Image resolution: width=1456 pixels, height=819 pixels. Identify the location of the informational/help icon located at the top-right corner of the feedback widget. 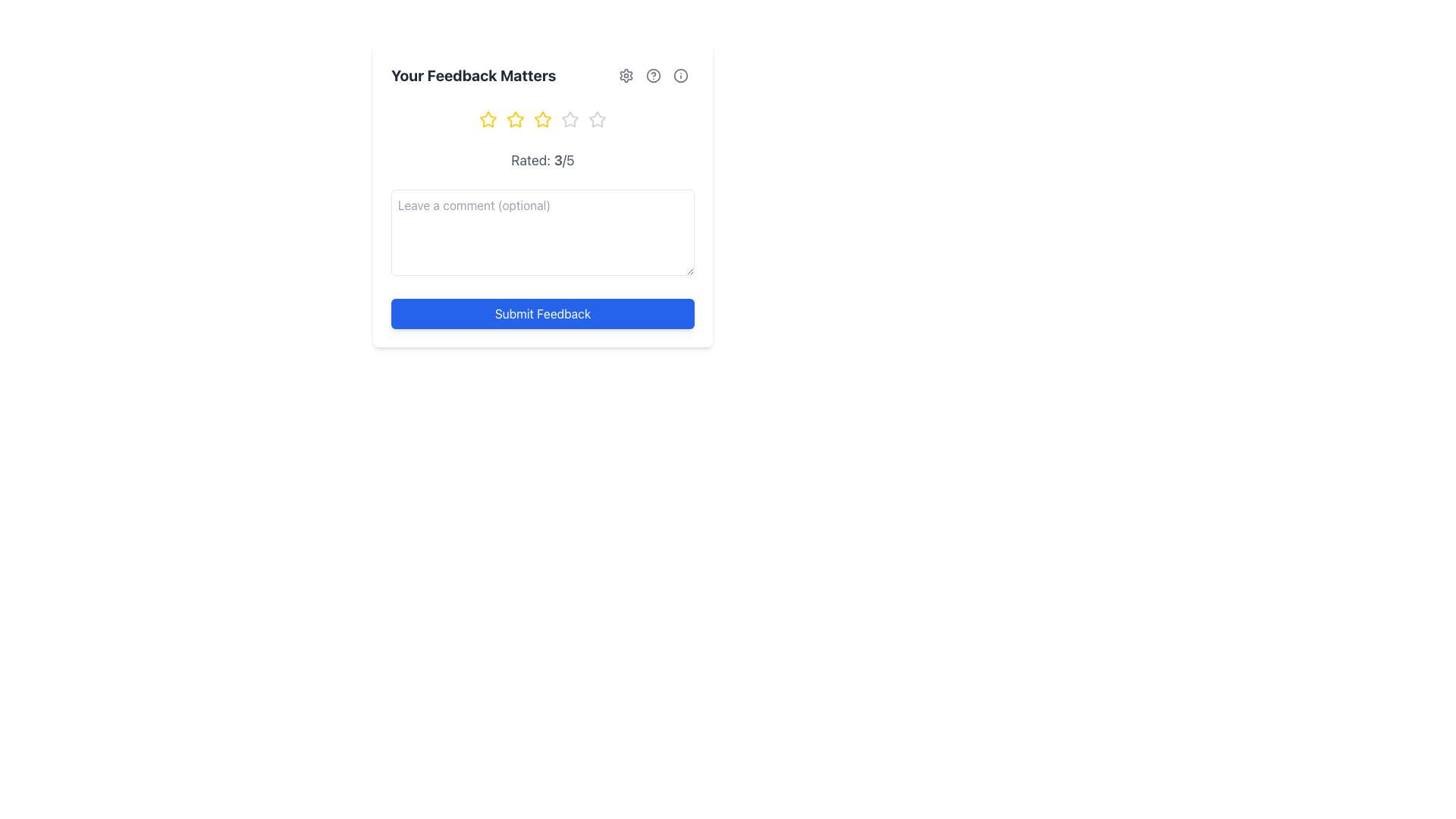
(679, 76).